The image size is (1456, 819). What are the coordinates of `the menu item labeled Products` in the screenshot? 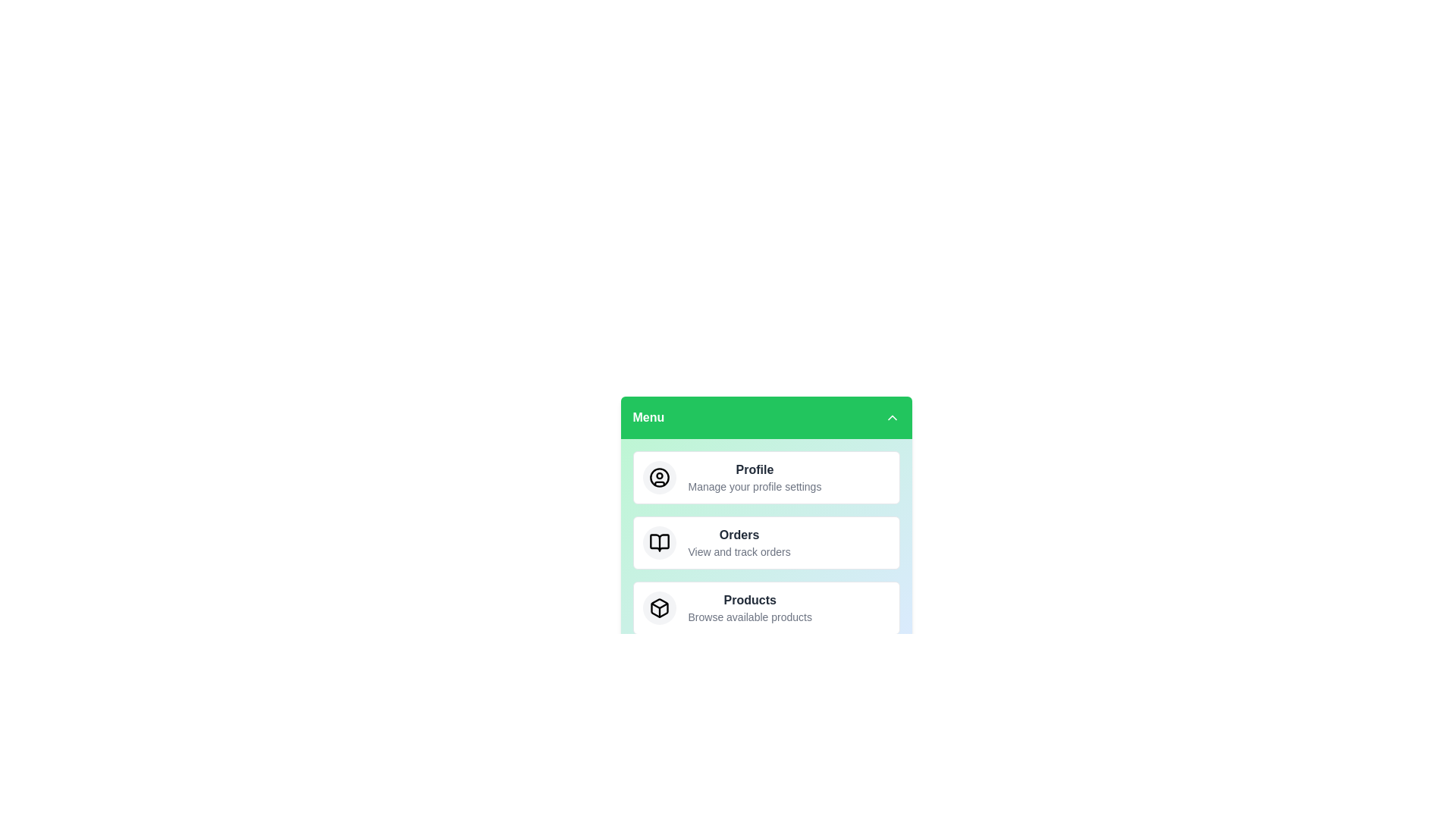 It's located at (766, 607).